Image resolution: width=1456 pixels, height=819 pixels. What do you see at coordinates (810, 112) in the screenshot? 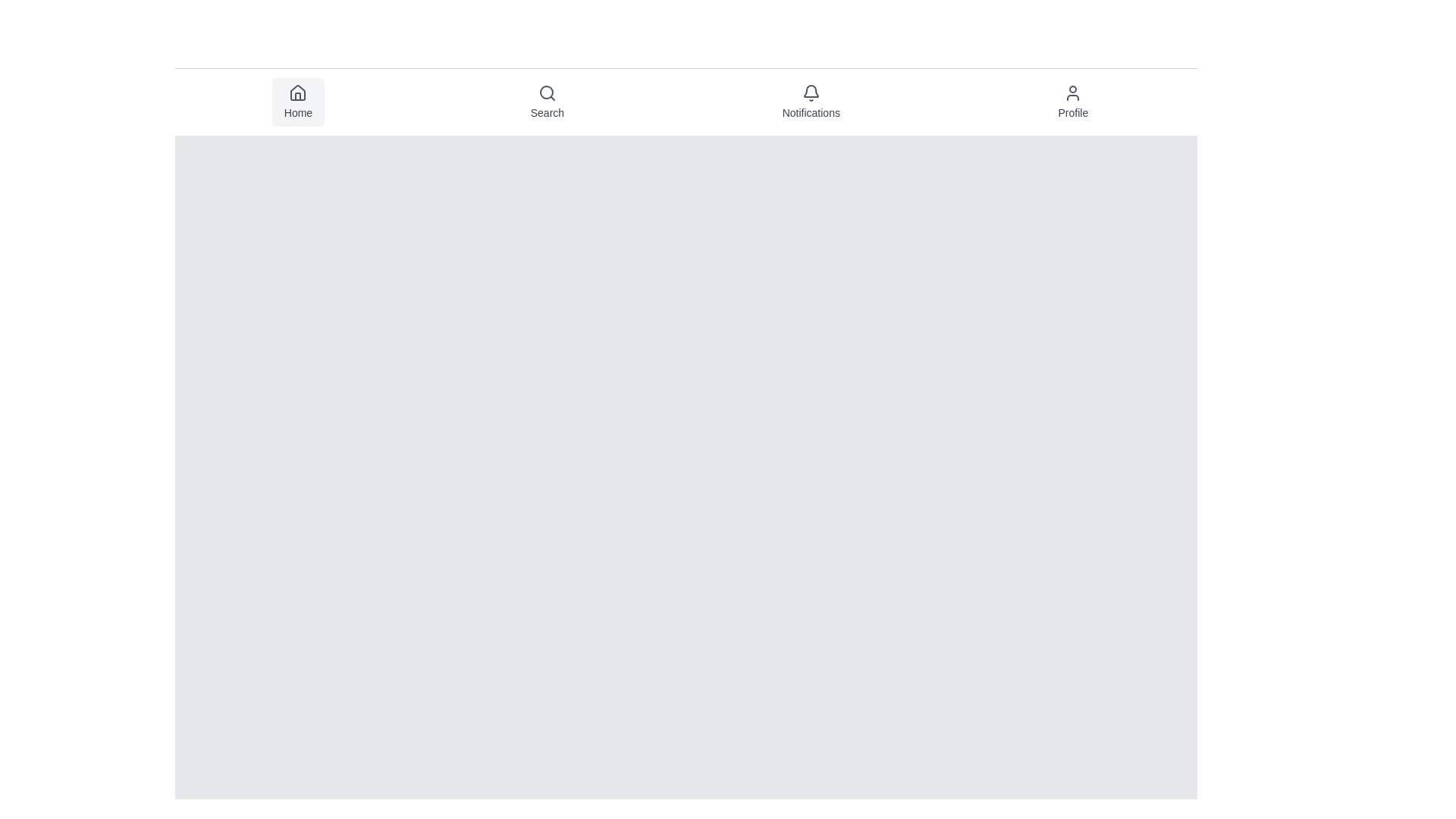
I see `the Notifications label area, which is a gray text element displaying 'Notifications' located beneath the bell icon in the top navigation bar` at bounding box center [810, 112].